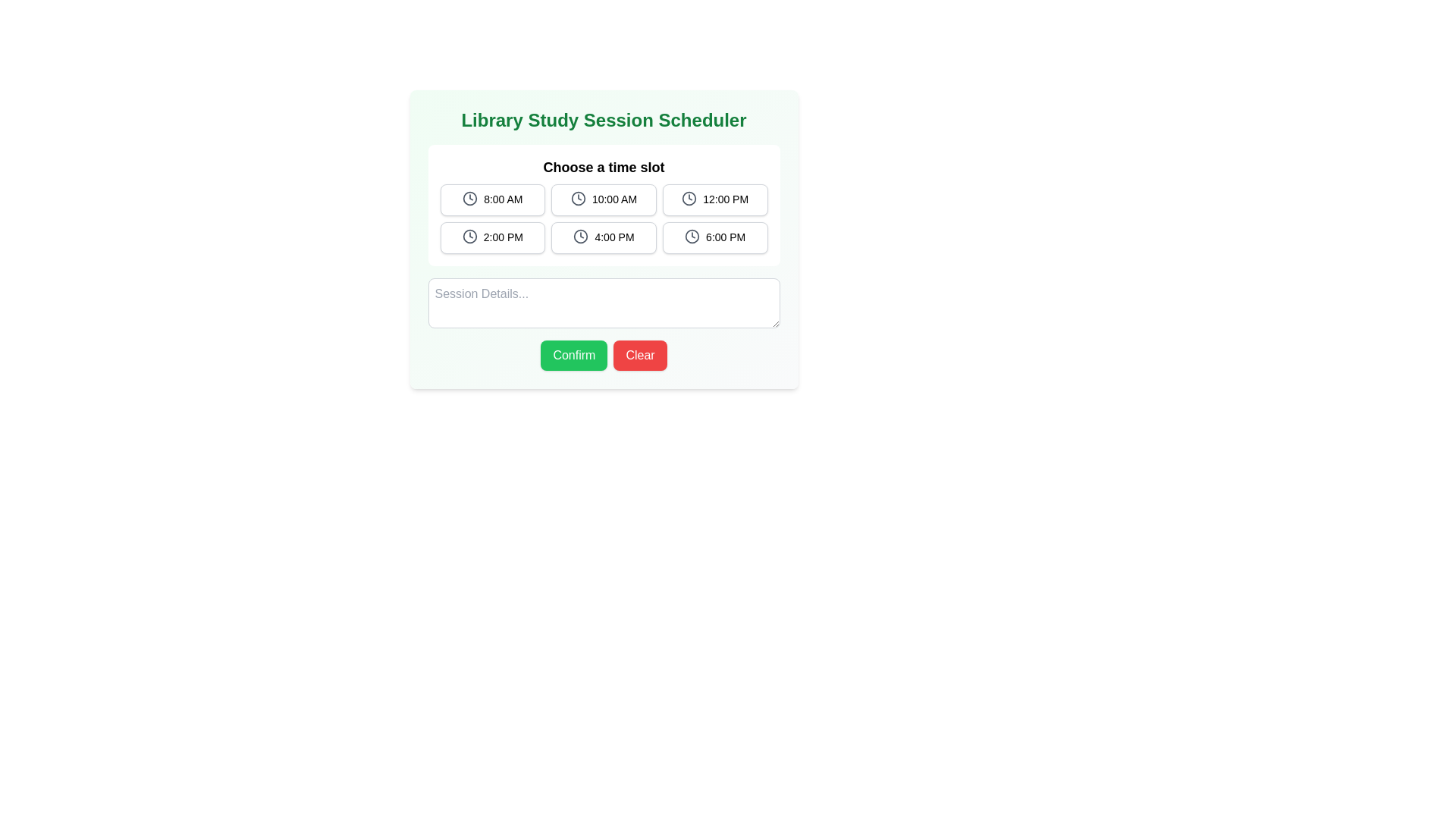 The height and width of the screenshot is (819, 1456). Describe the element at coordinates (603, 219) in the screenshot. I see `the time slot in the grid located under the title 'Choose a time slot'` at that location.